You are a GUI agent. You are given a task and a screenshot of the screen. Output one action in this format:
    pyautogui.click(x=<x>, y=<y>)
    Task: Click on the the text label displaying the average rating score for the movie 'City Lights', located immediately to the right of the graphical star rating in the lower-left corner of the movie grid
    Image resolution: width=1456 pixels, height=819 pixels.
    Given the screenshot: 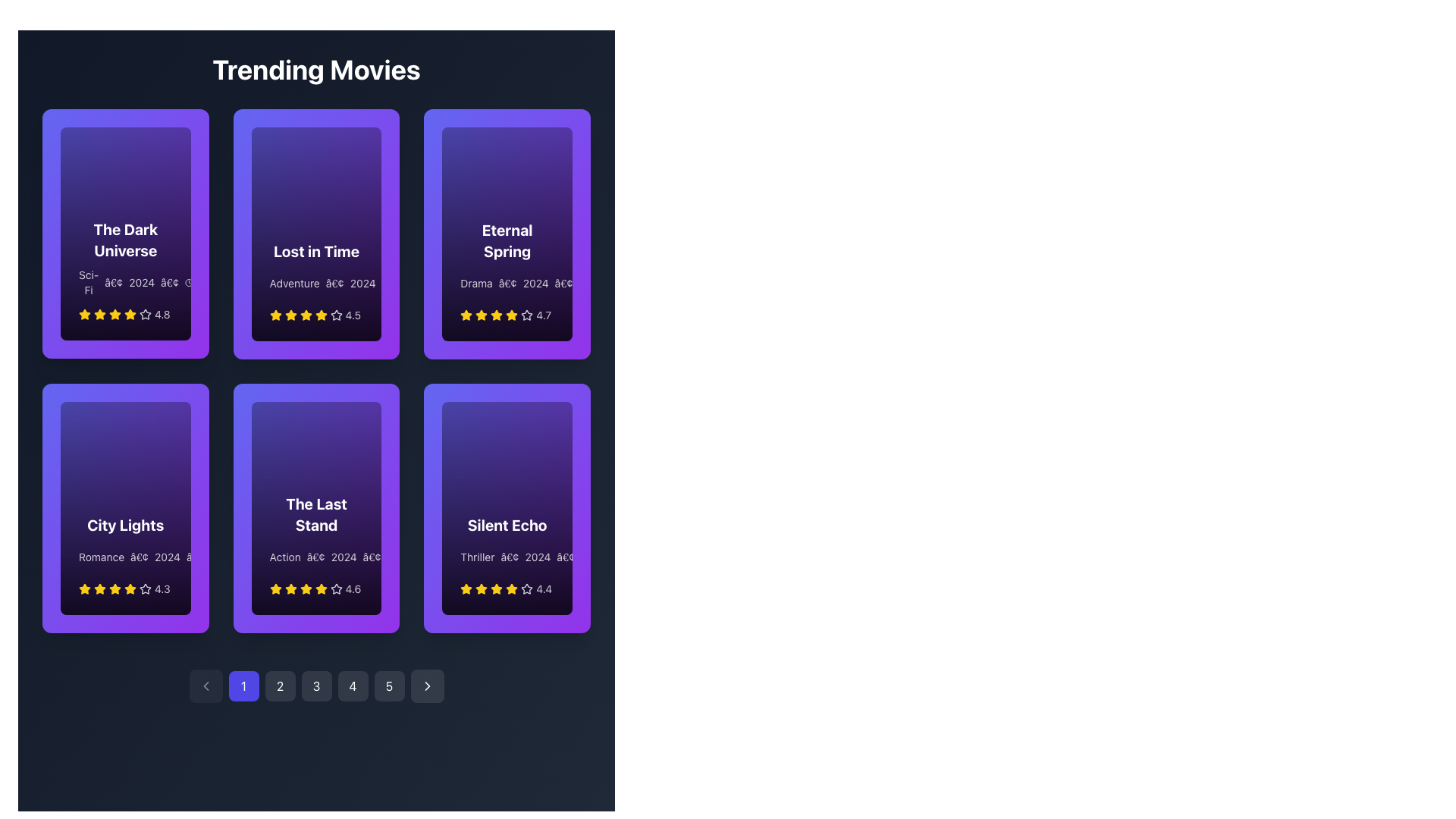 What is the action you would take?
    pyautogui.click(x=162, y=588)
    